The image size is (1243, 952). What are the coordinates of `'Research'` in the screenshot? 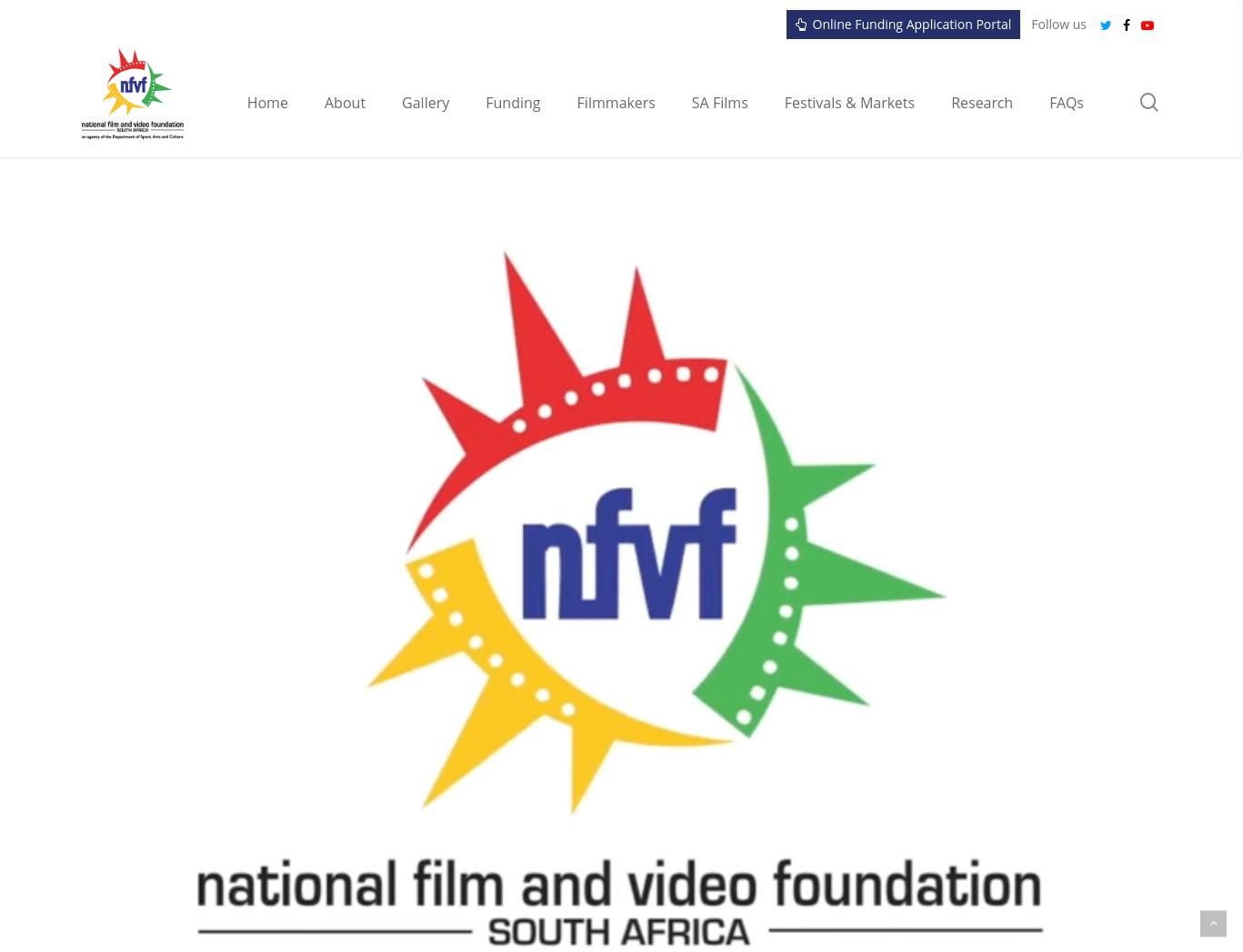 It's located at (981, 101).